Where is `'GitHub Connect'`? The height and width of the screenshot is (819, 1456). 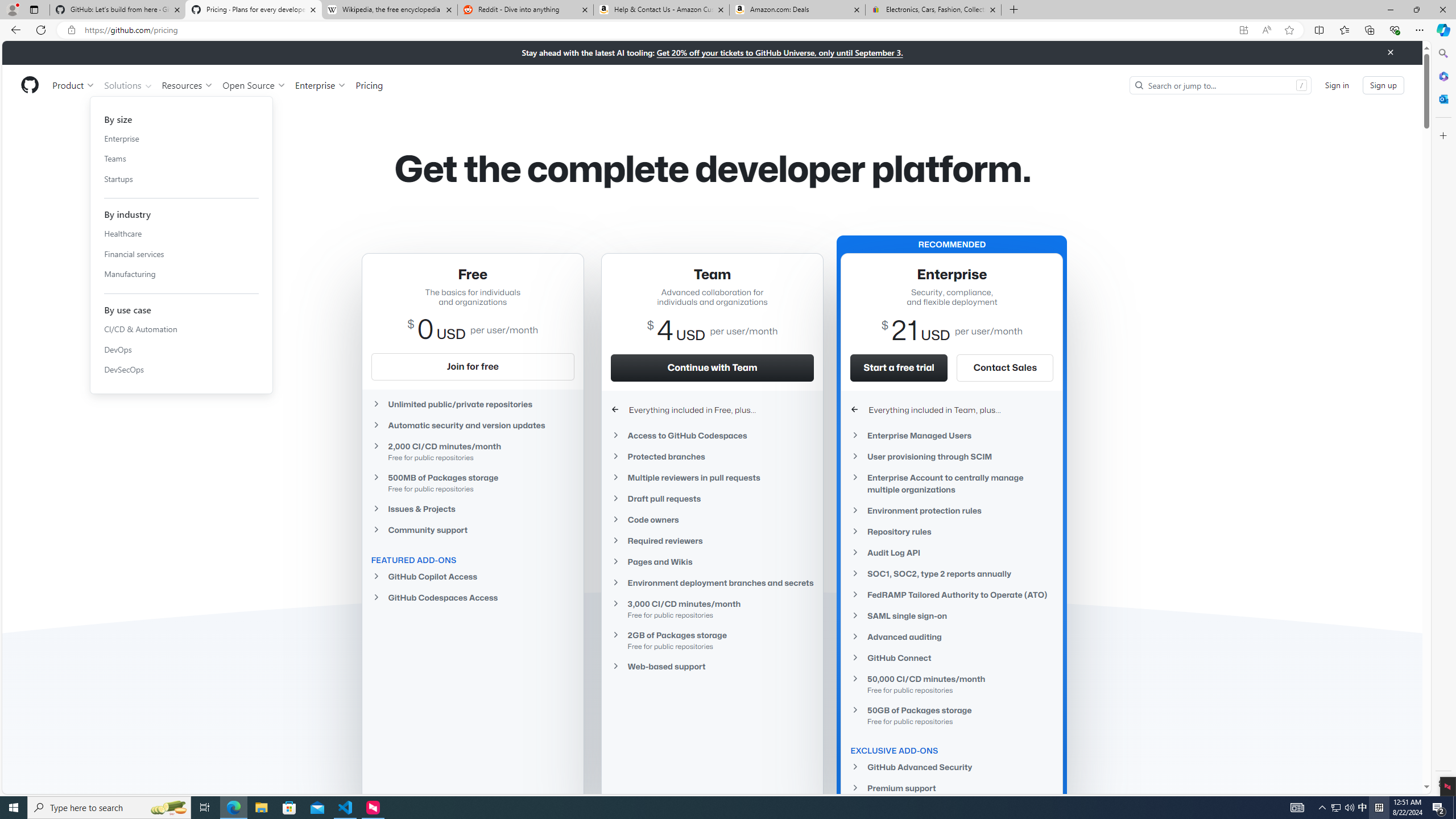 'GitHub Connect' is located at coordinates (952, 657).